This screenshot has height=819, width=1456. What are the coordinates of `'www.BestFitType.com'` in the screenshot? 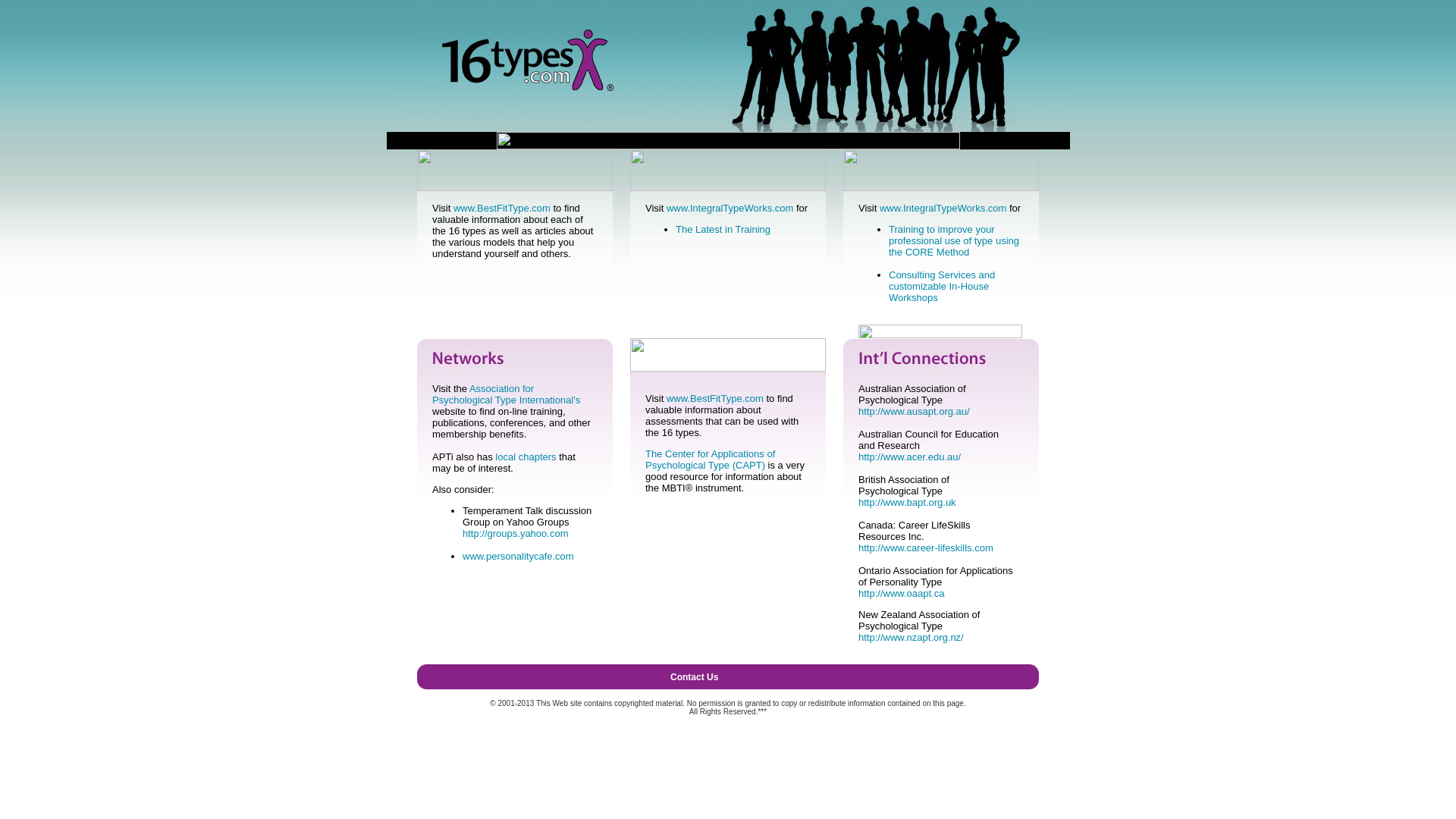 It's located at (502, 208).